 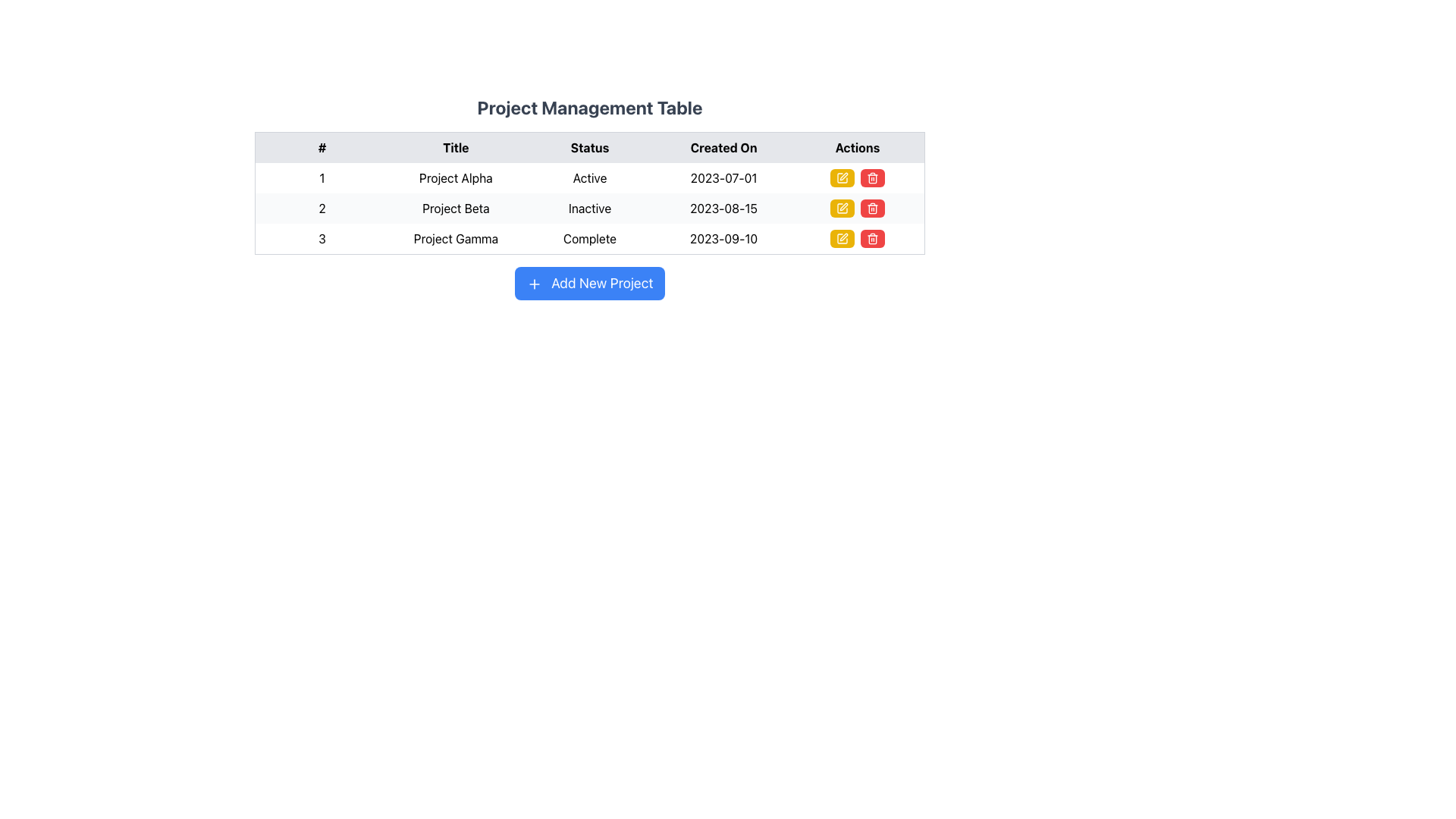 I want to click on the 'Created On' column header in the Project Management Table, which is the fourth header after '#', 'Title', and 'Status', and before 'Actions', so click(x=723, y=147).